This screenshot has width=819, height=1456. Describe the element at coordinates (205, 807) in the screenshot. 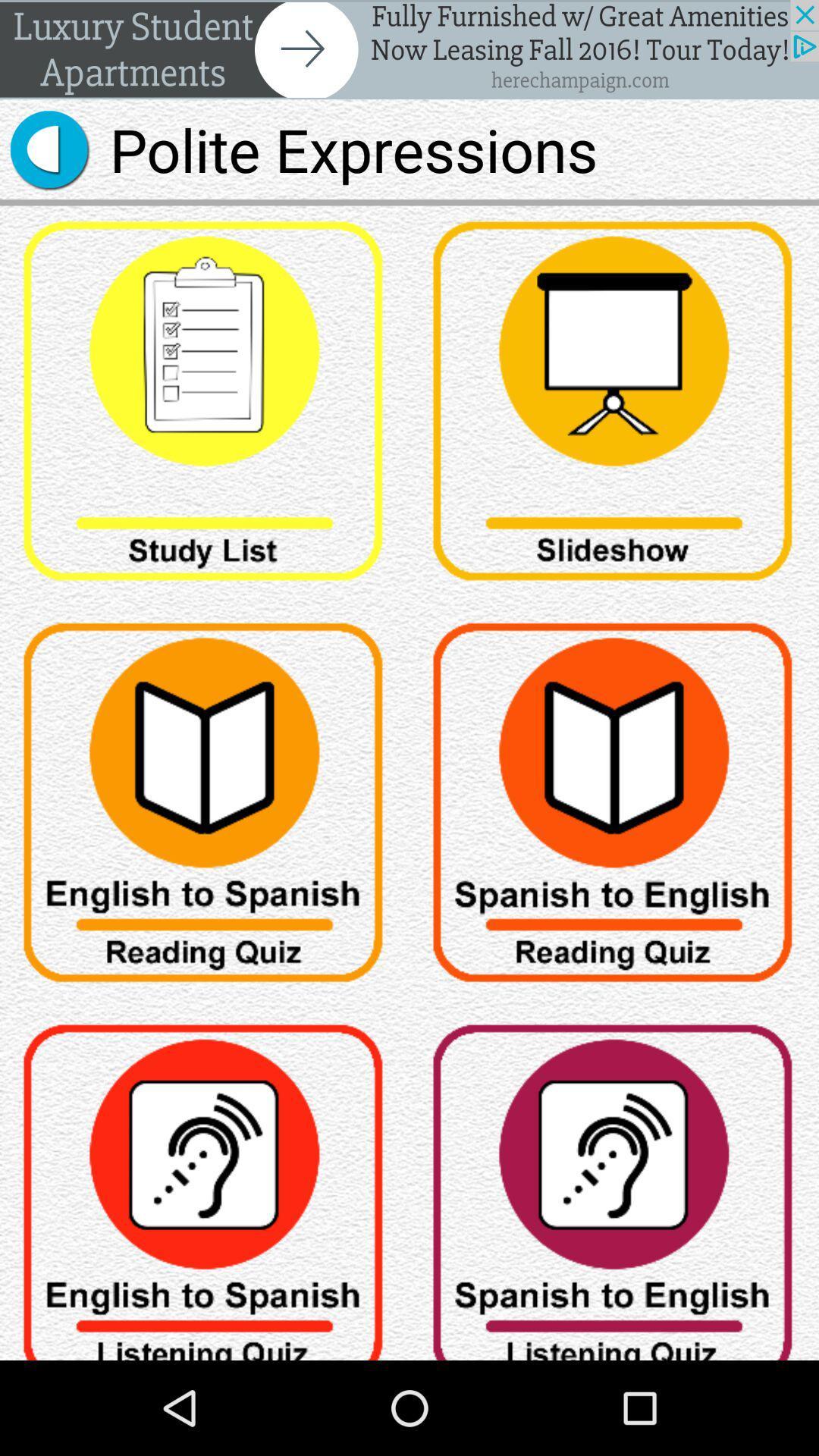

I see `choose english to spanish quiz` at that location.